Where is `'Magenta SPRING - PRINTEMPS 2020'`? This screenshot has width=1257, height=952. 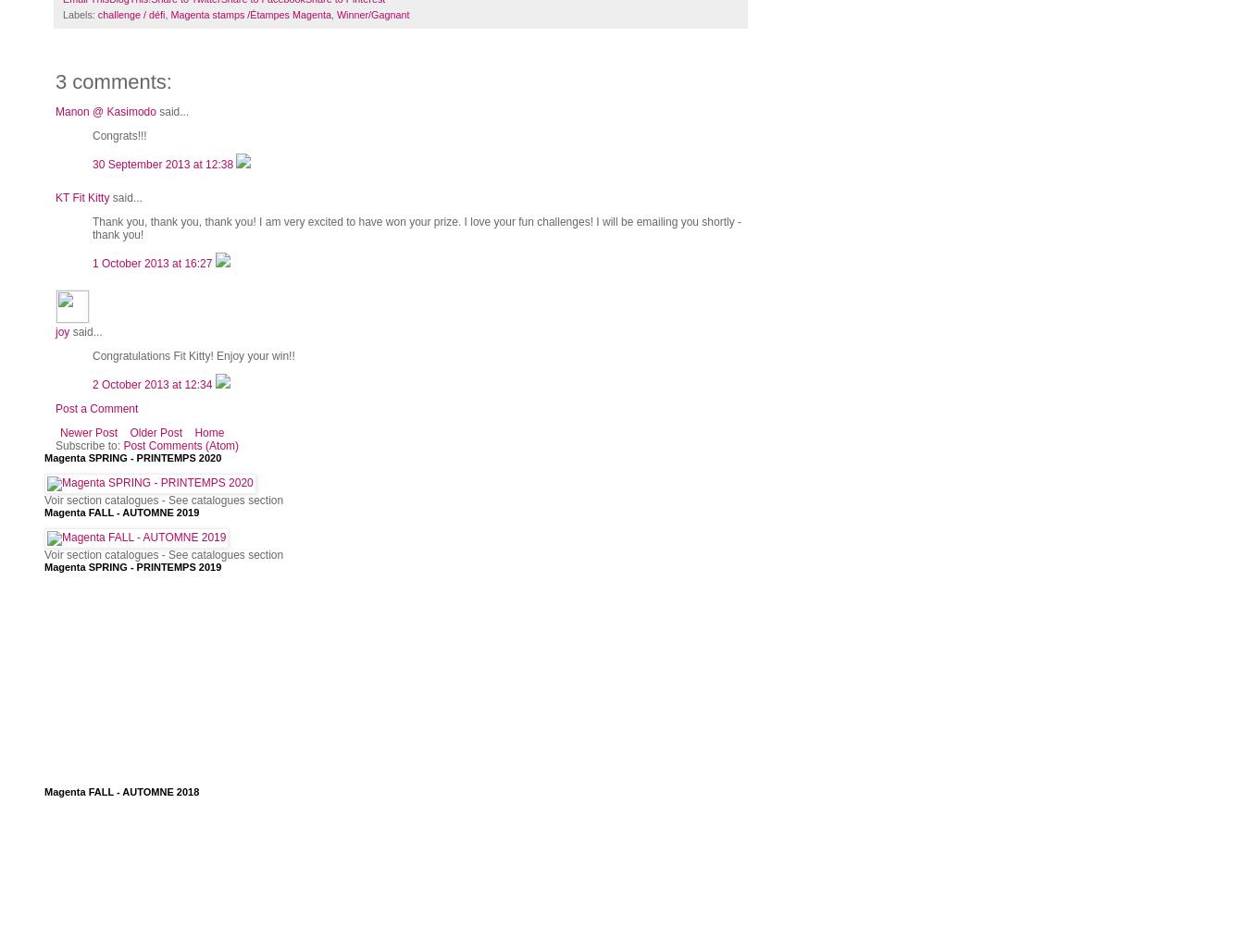 'Magenta SPRING - PRINTEMPS 2020' is located at coordinates (131, 457).